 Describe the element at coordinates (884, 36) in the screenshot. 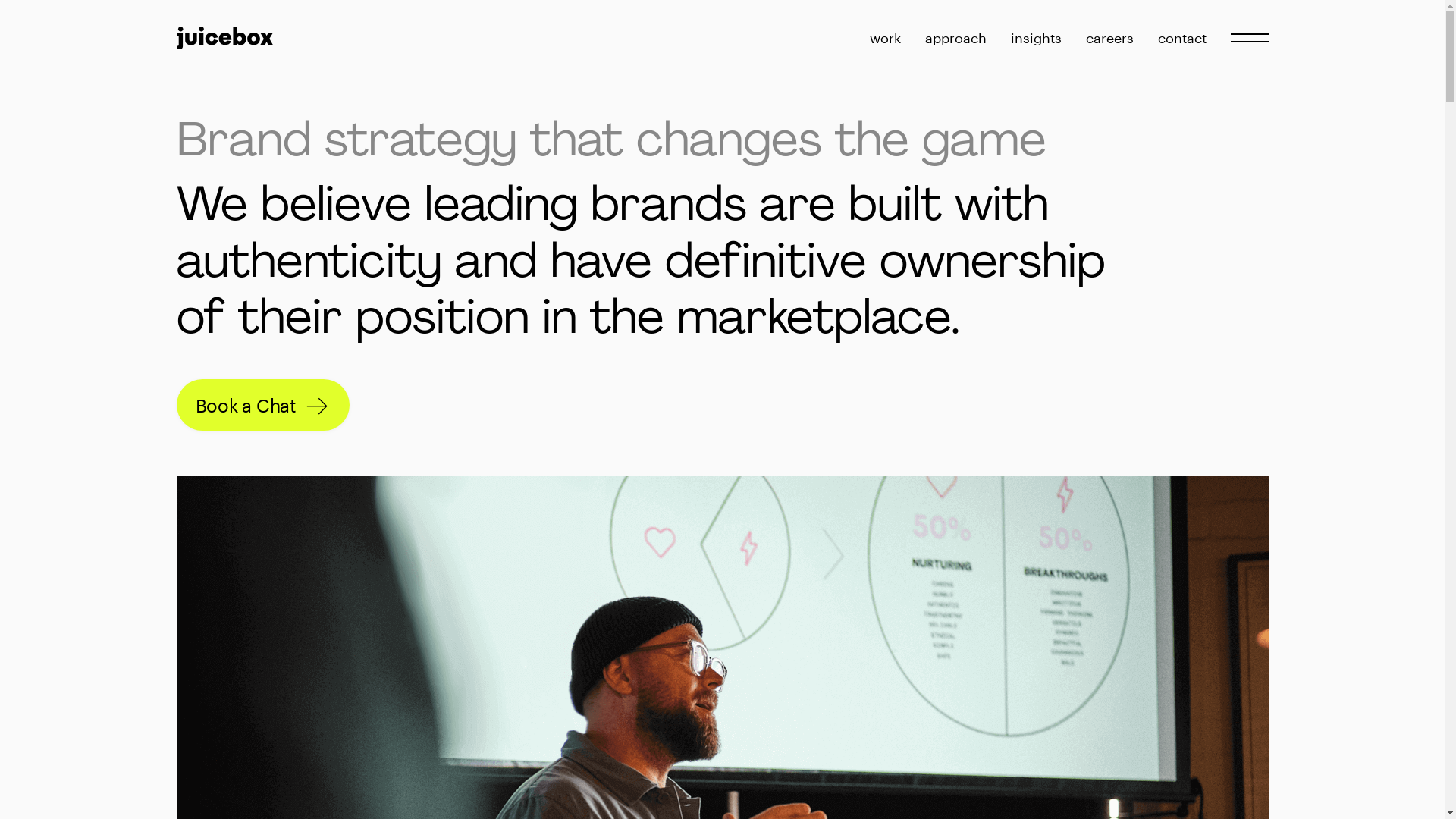

I see `'work'` at that location.